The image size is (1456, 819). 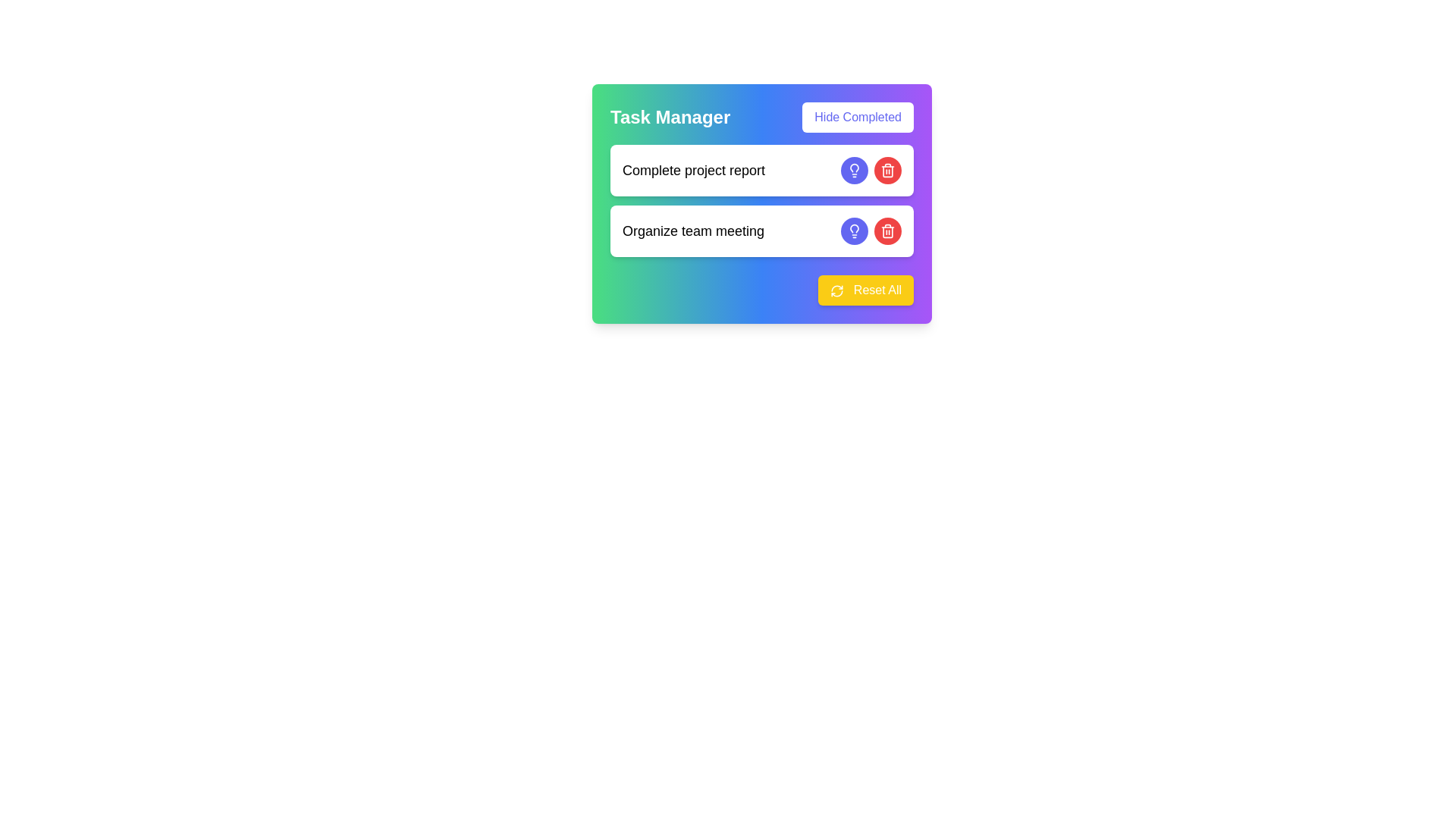 What do you see at coordinates (888, 170) in the screenshot?
I see `the delete button at the end of the first task row in the task manager interface` at bounding box center [888, 170].